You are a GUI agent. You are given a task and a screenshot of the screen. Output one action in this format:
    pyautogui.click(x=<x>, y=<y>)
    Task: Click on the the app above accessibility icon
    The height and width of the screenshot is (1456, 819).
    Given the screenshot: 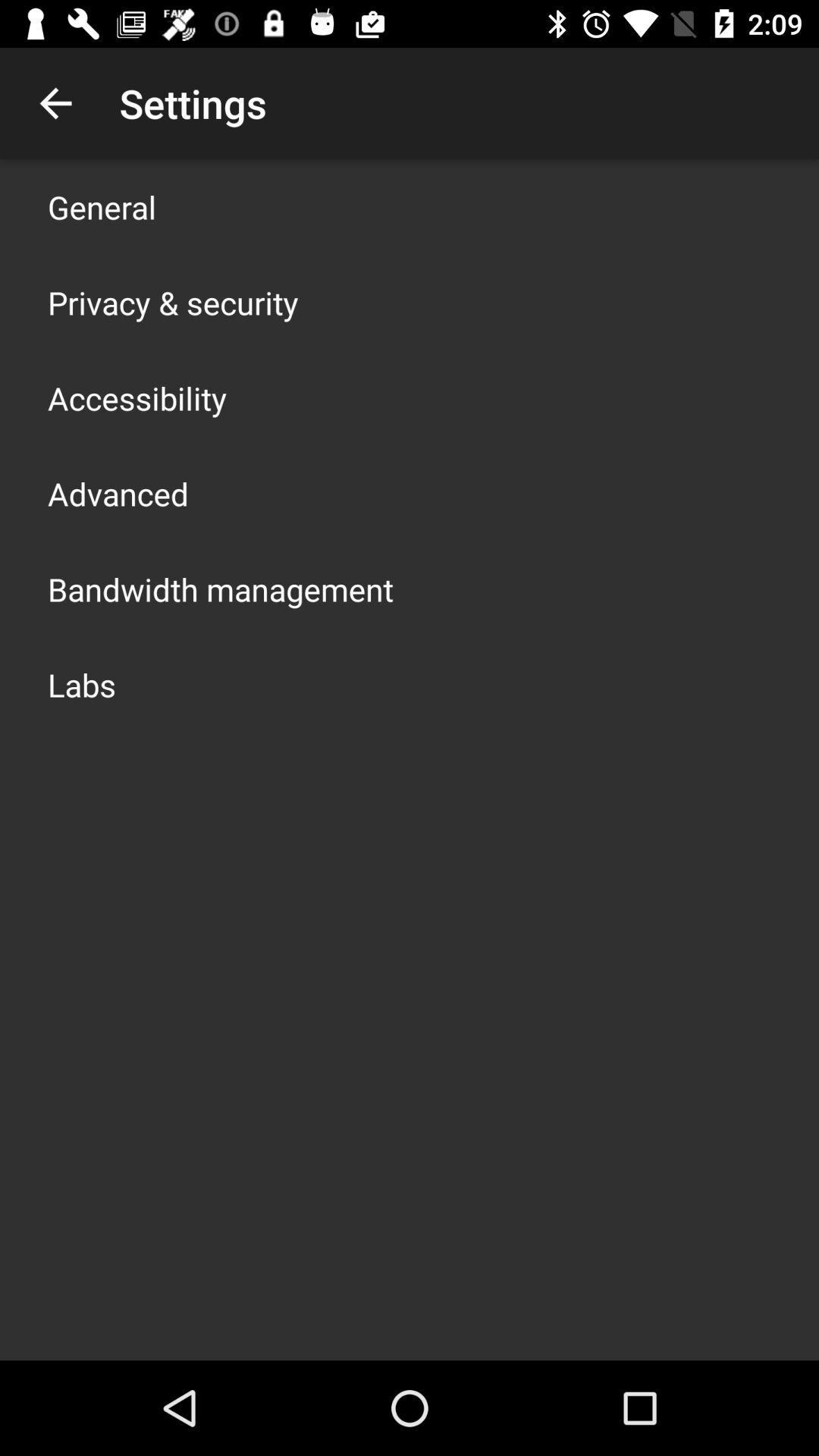 What is the action you would take?
    pyautogui.click(x=172, y=302)
    